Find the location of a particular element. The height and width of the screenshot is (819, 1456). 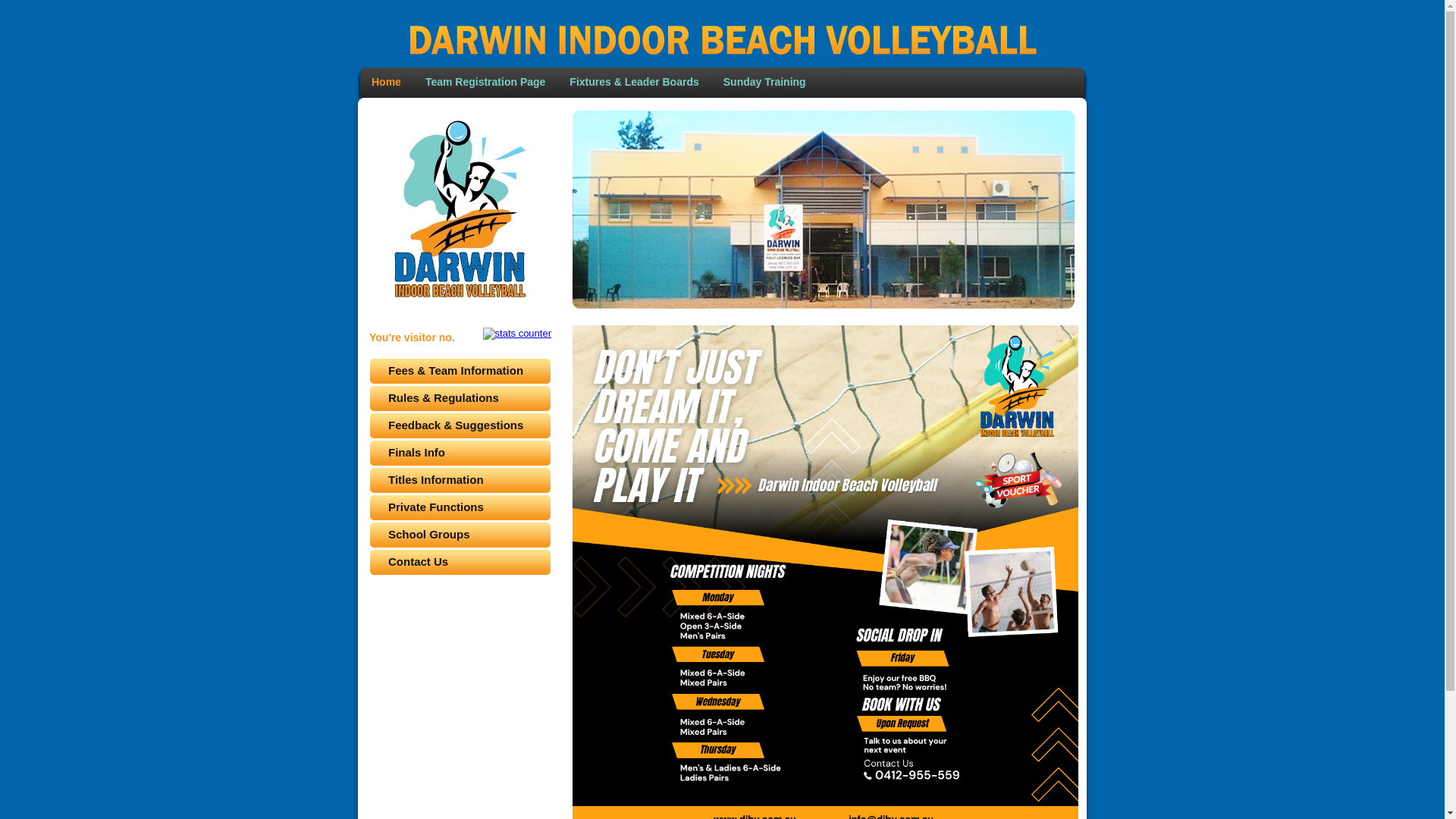

'Finals Info' is located at coordinates (459, 452).